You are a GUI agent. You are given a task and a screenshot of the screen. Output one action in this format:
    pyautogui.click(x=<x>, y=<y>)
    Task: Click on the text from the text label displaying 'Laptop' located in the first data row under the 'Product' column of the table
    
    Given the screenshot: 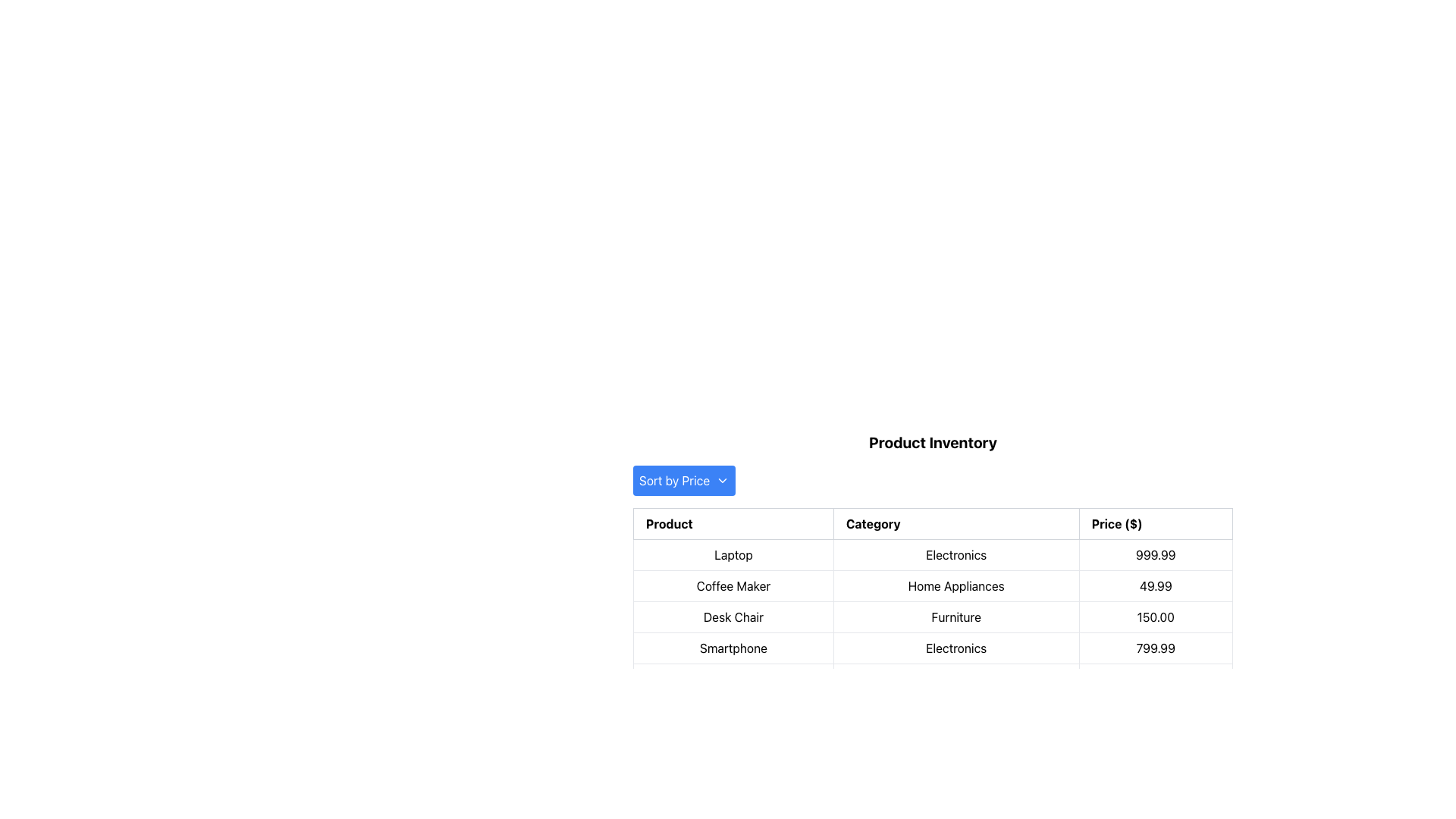 What is the action you would take?
    pyautogui.click(x=733, y=555)
    